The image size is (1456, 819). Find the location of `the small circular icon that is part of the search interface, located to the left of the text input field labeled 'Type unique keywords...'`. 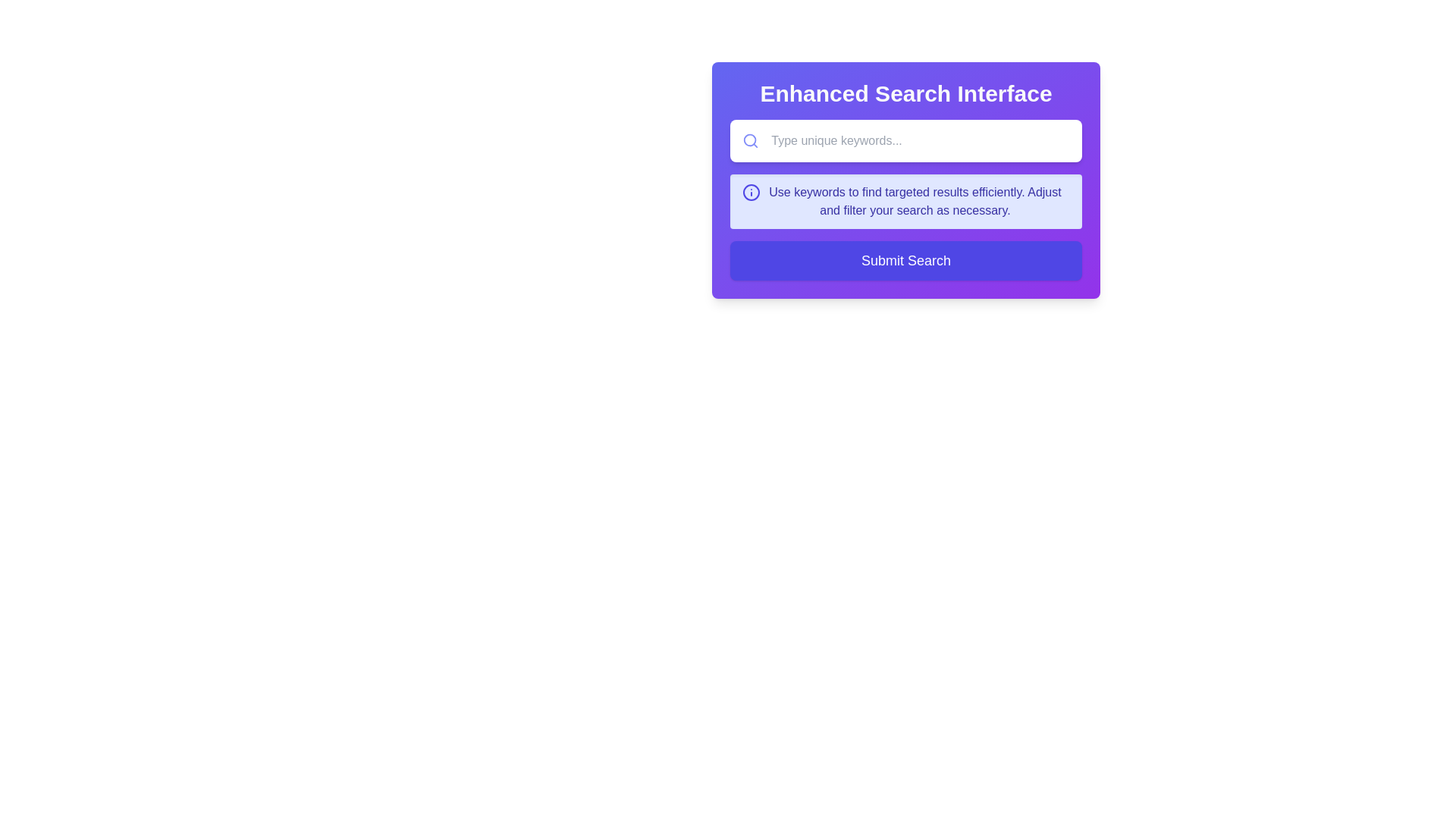

the small circular icon that is part of the search interface, located to the left of the text input field labeled 'Type unique keywords...' is located at coordinates (750, 140).